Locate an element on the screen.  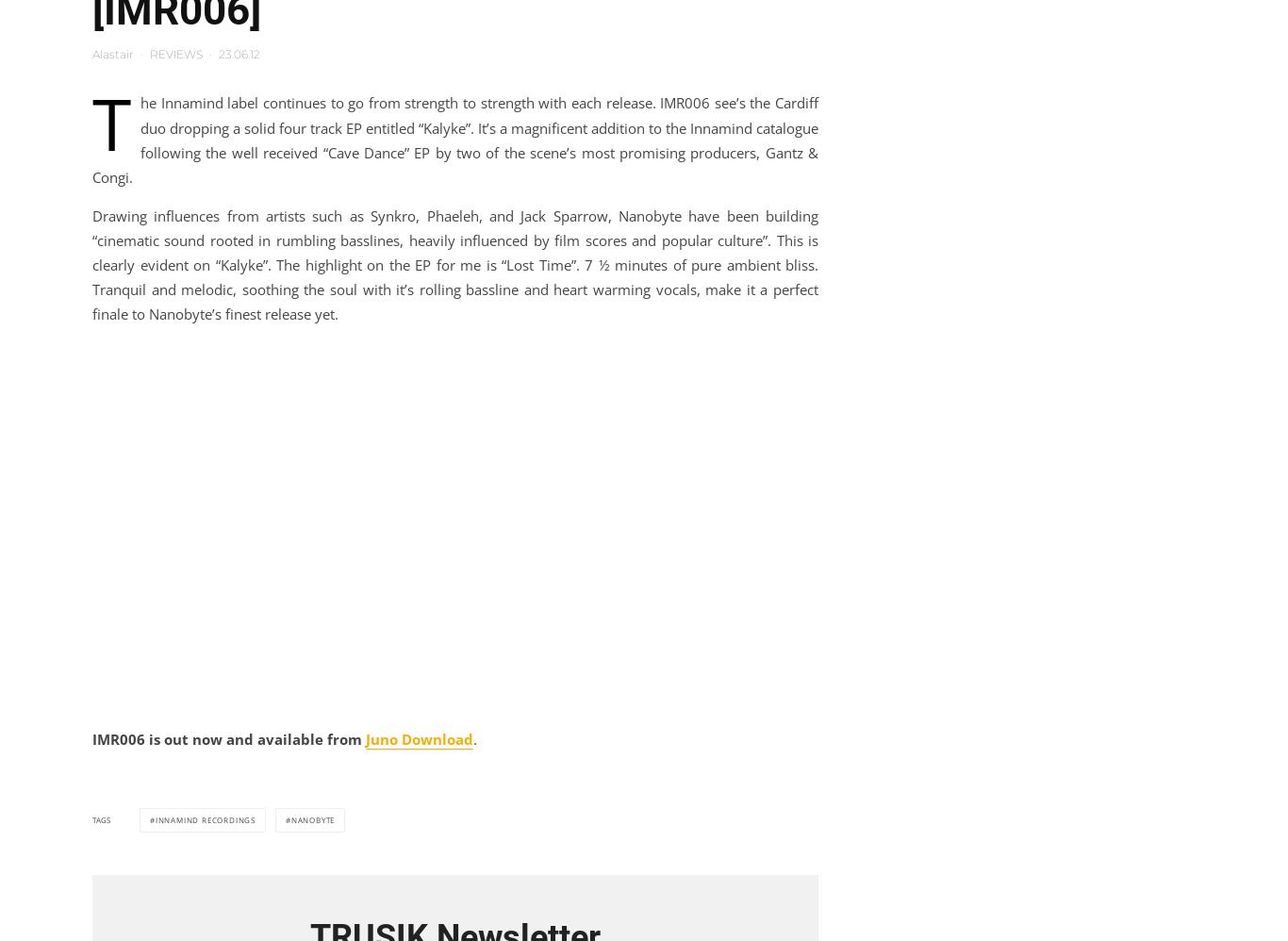
'23.06.12' is located at coordinates (239, 52).